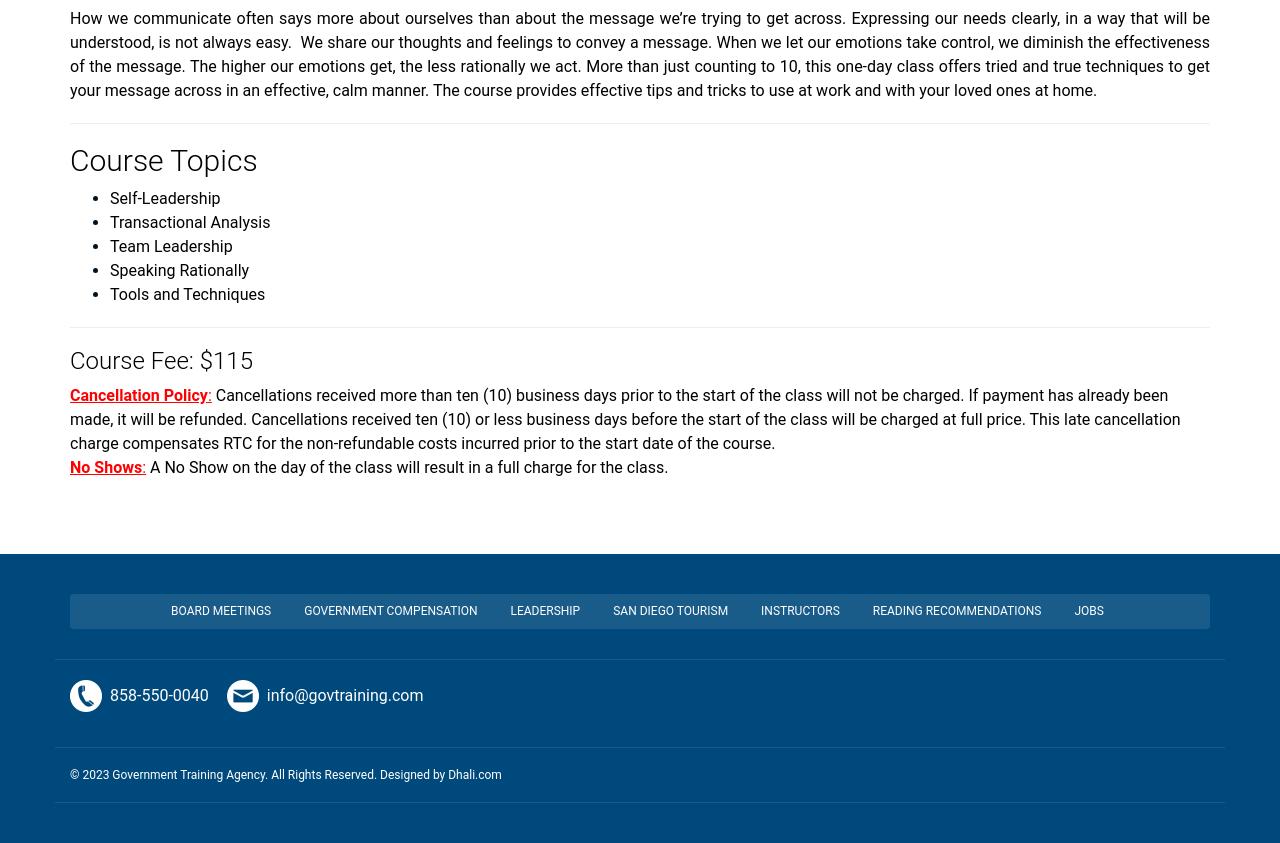 This screenshot has width=1280, height=843. Describe the element at coordinates (545, 610) in the screenshot. I see `'Leadership'` at that location.